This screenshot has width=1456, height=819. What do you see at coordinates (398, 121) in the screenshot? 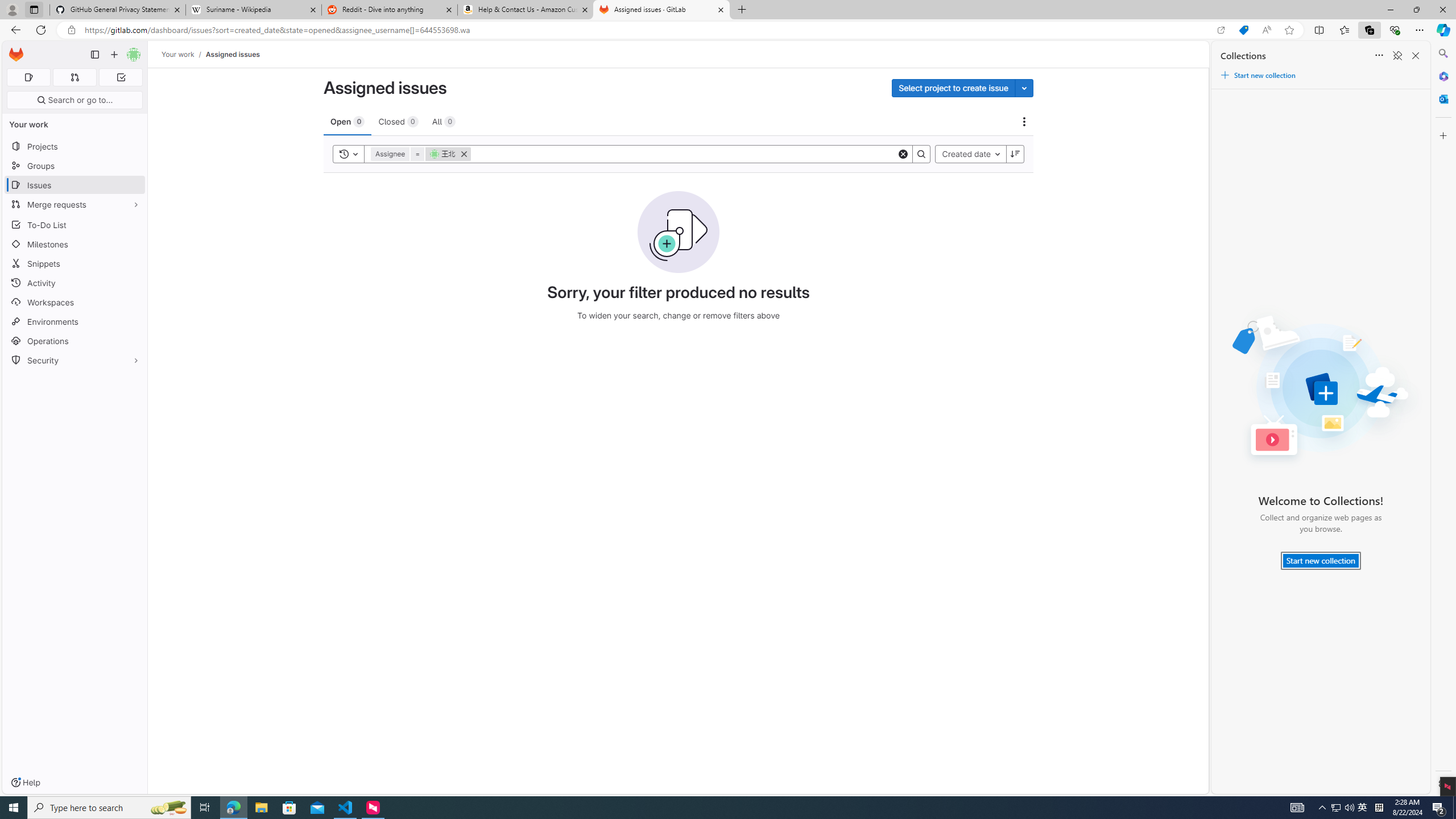
I see `'Closed 0'` at bounding box center [398, 121].